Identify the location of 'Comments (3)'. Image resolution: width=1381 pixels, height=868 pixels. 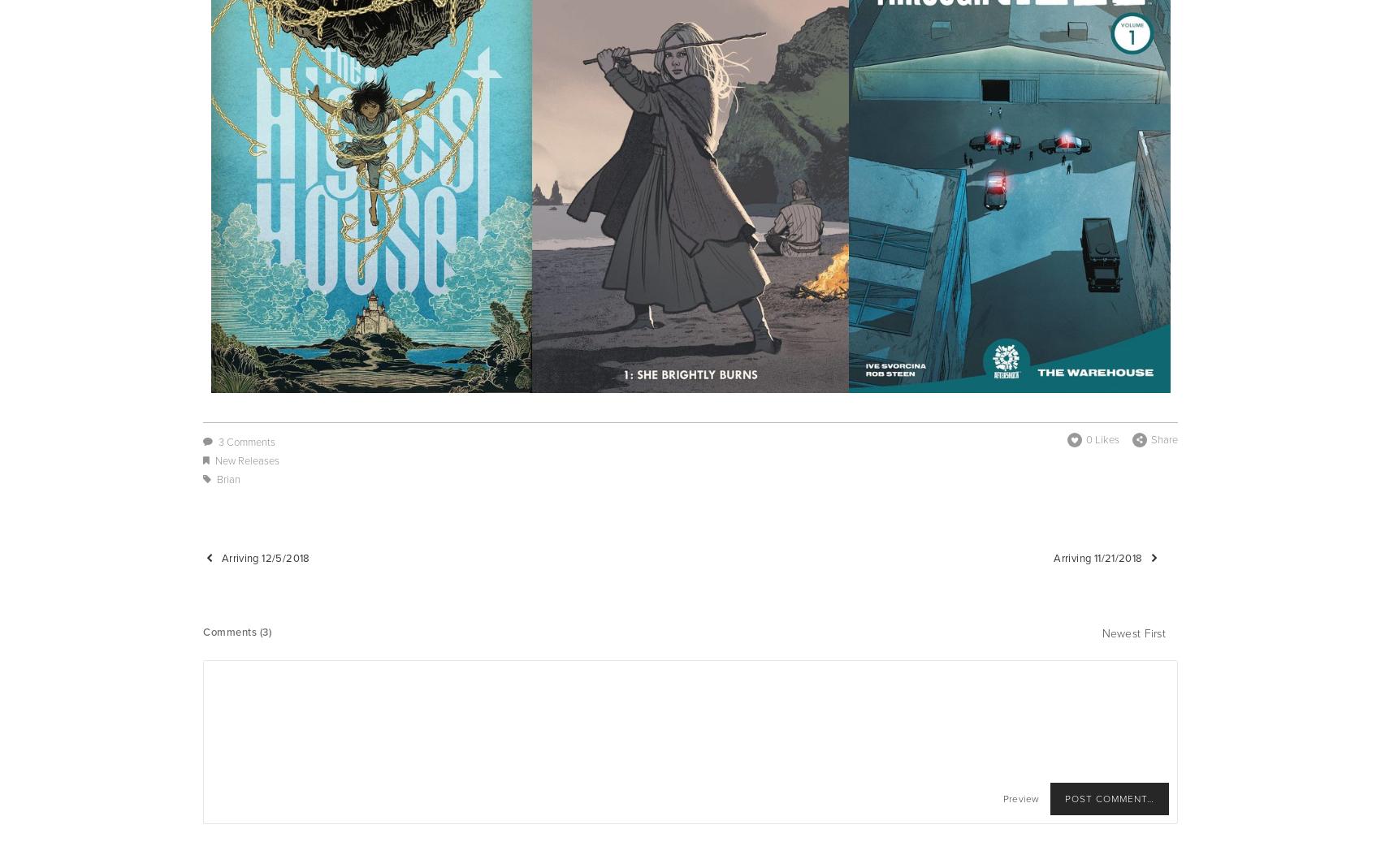
(237, 631).